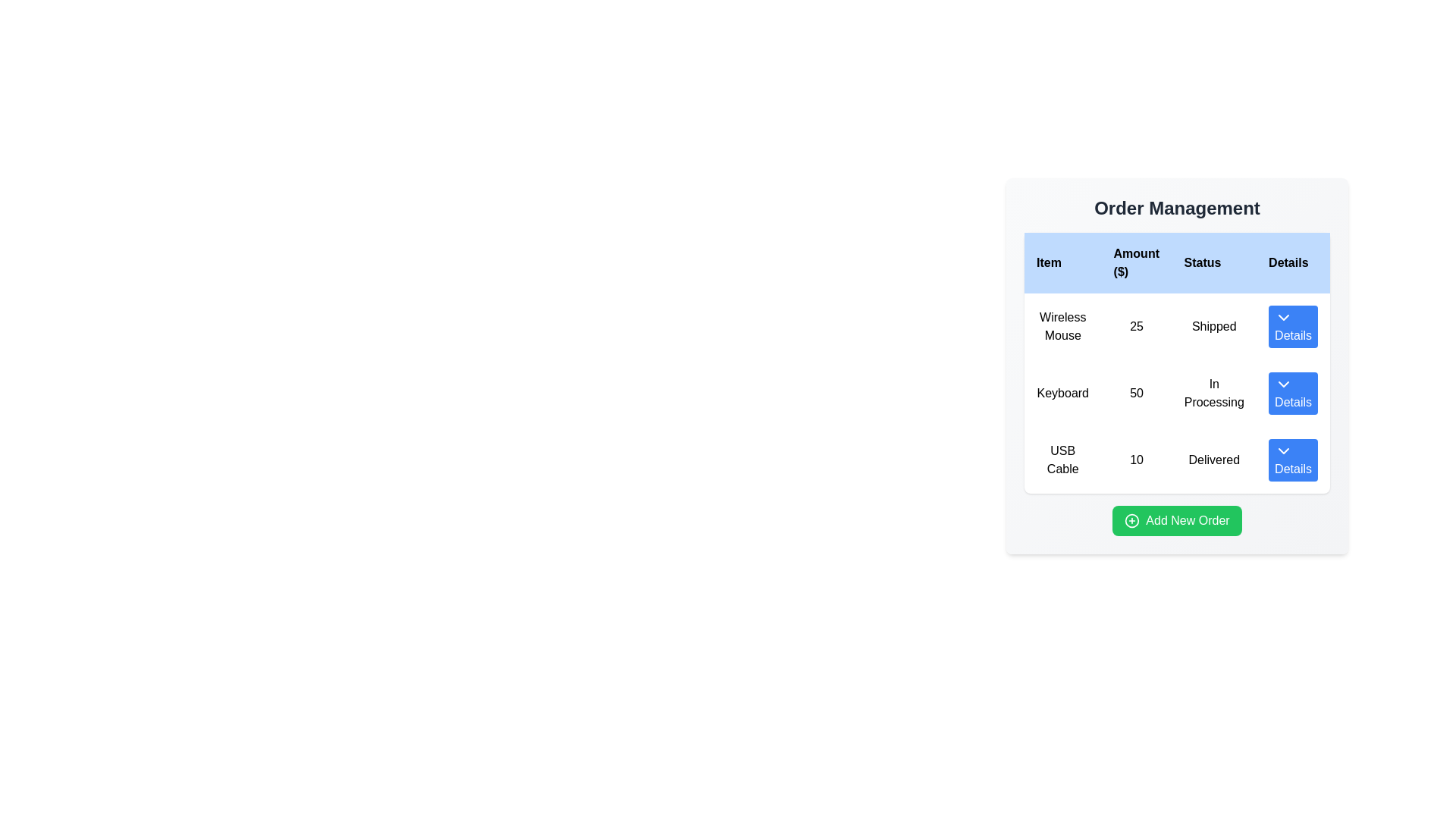 The width and height of the screenshot is (1456, 819). Describe the element at coordinates (1176, 262) in the screenshot. I see `the Table Header element at the top of the data table in the 'Order Management' component, which spans the full width of the table` at that location.